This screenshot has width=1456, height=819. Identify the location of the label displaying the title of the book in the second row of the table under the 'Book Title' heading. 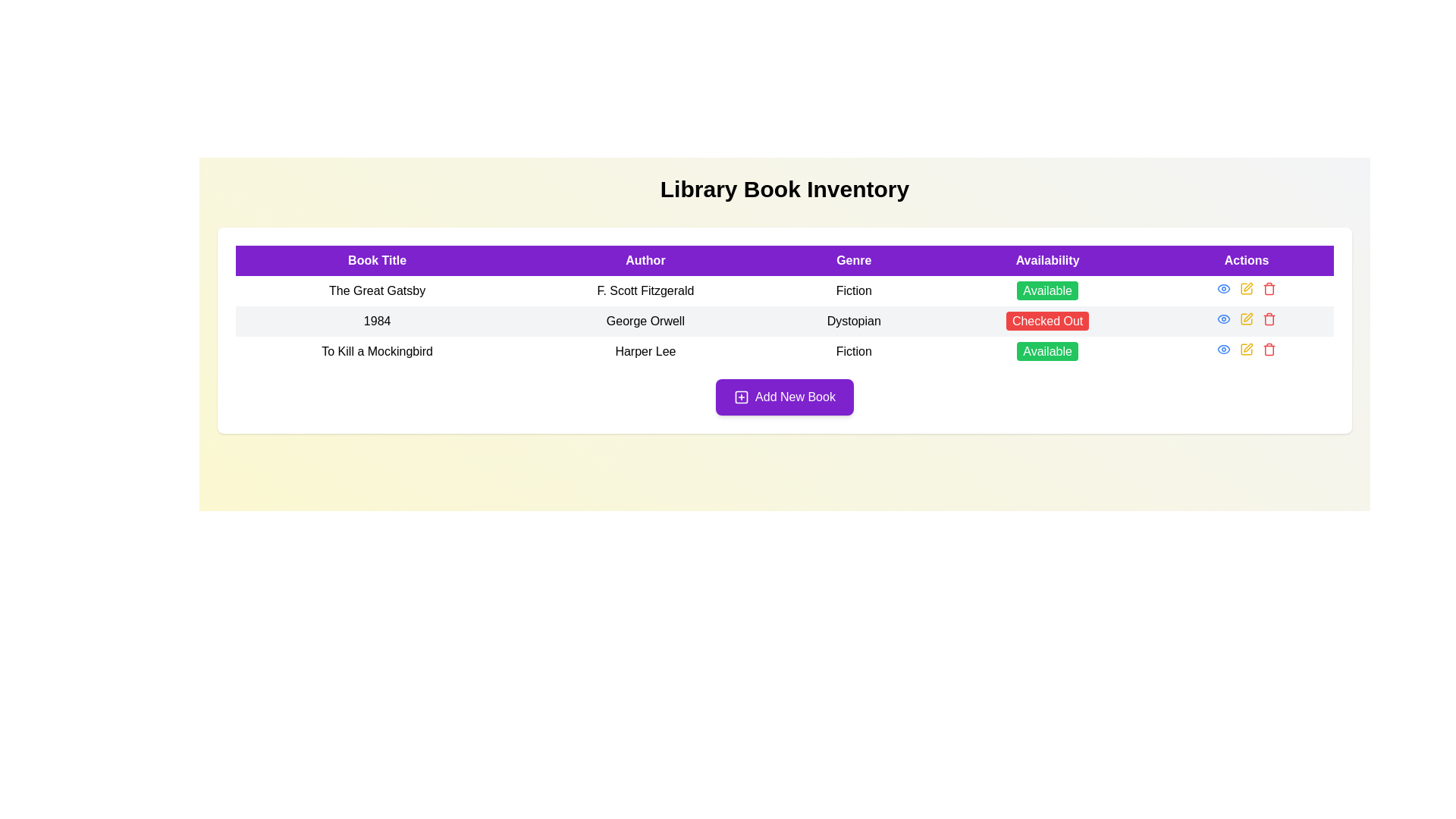
(377, 321).